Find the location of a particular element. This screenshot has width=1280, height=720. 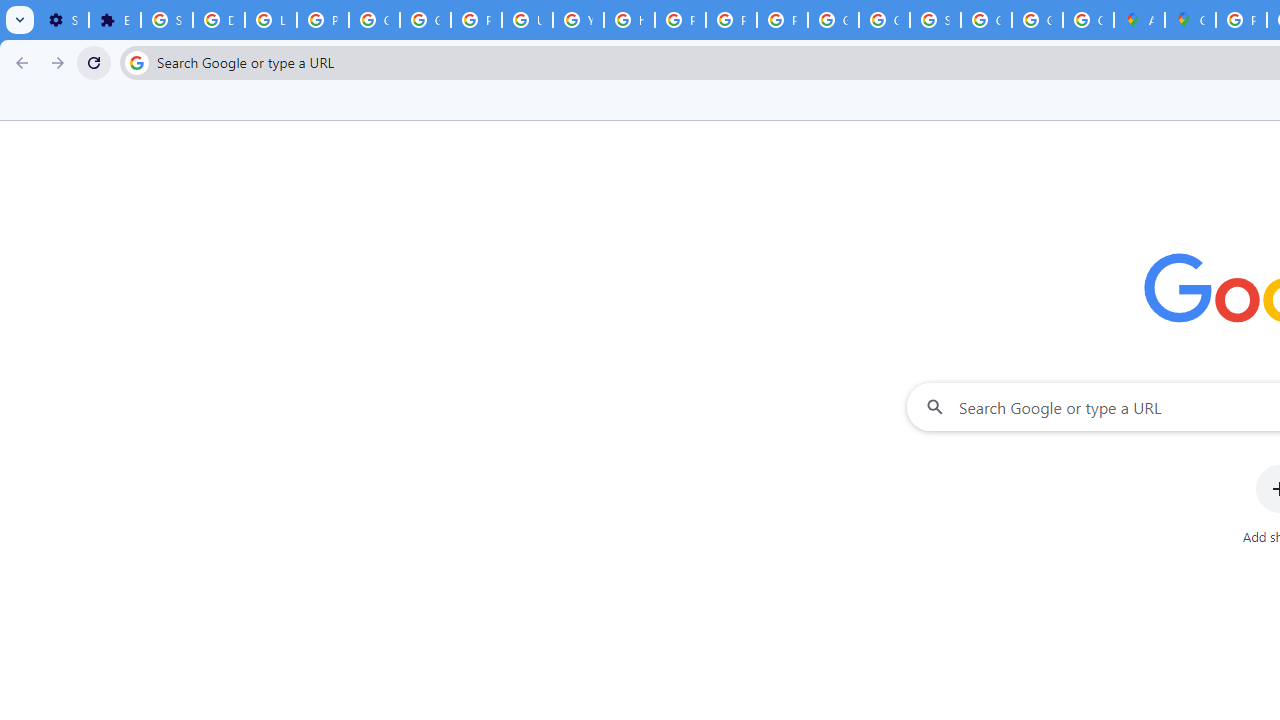

'Create your Google Account' is located at coordinates (1087, 20).